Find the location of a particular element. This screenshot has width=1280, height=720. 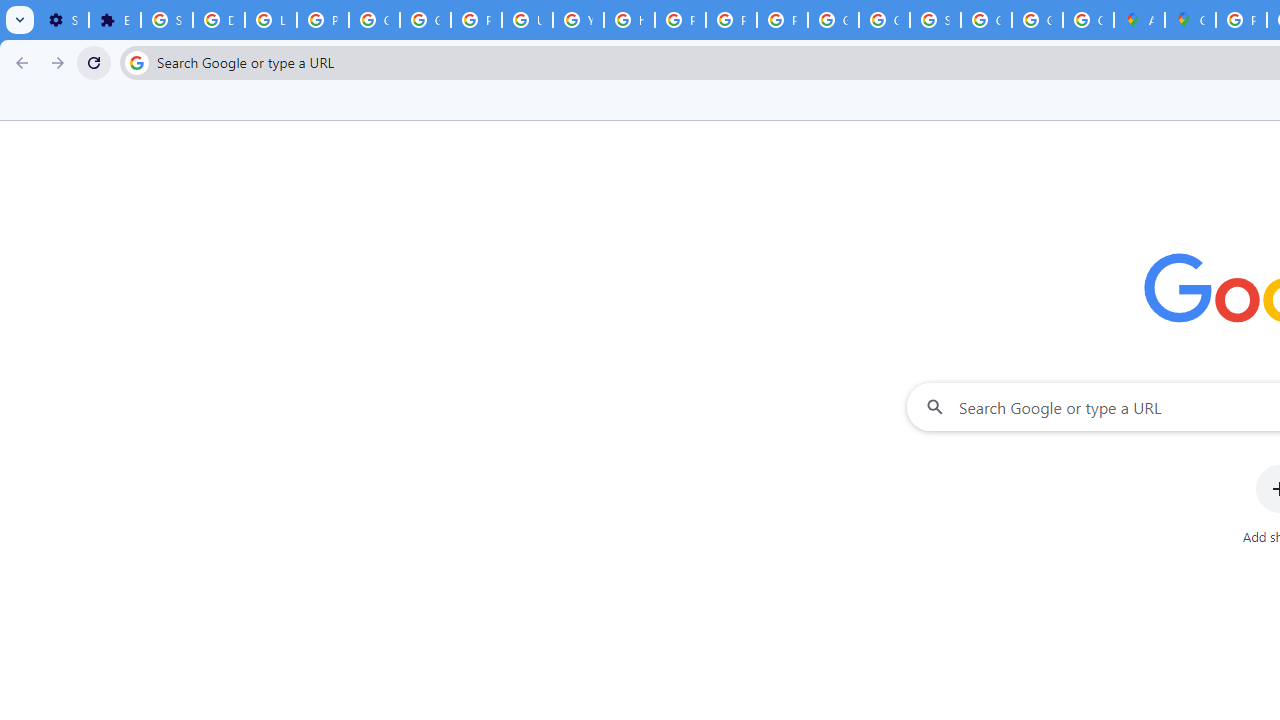

'Create your Google Account' is located at coordinates (1087, 20).